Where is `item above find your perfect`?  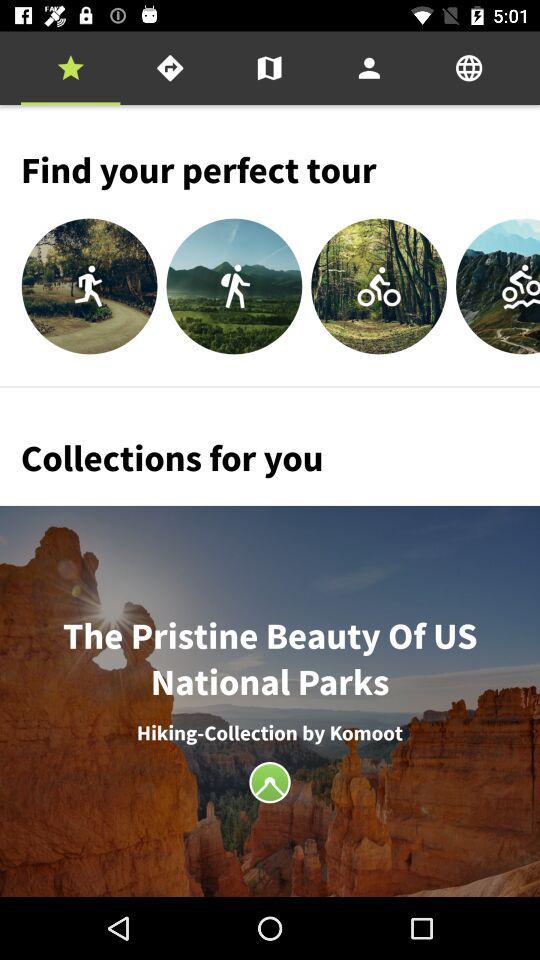
item above find your perfect is located at coordinates (368, 68).